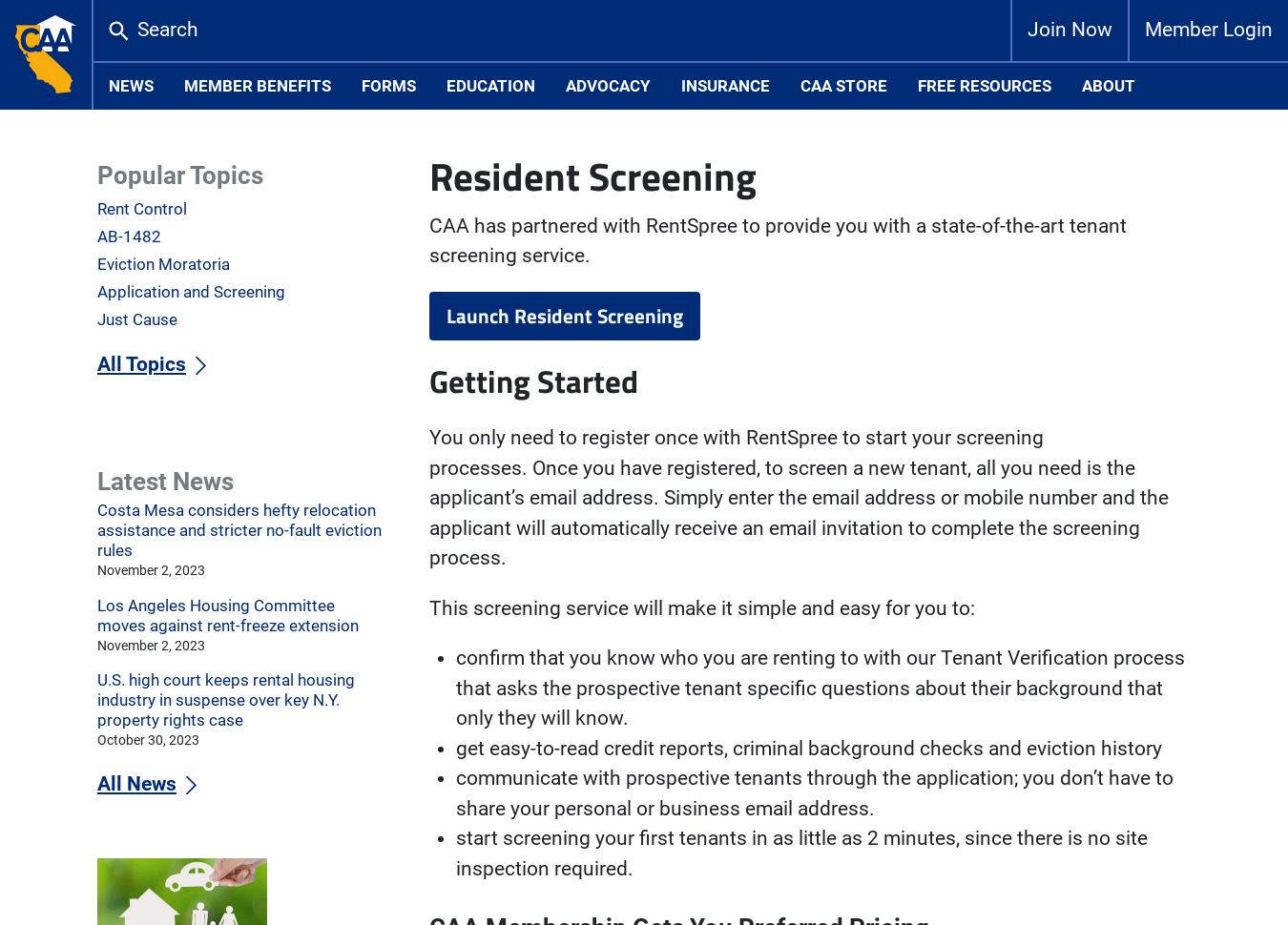 The height and width of the screenshot is (925, 1288). I want to click on 'NOTE: A recent change in California regulations limit landlords’ ability to use criminal background reports. CAA is working with RentSpree on changes to its product which will assist with compliance with the new regulations. Until such changes can be implemented, we recommend you consult with your fair housing attorney before ordering or using a criminal background report.', so click(805, 292).